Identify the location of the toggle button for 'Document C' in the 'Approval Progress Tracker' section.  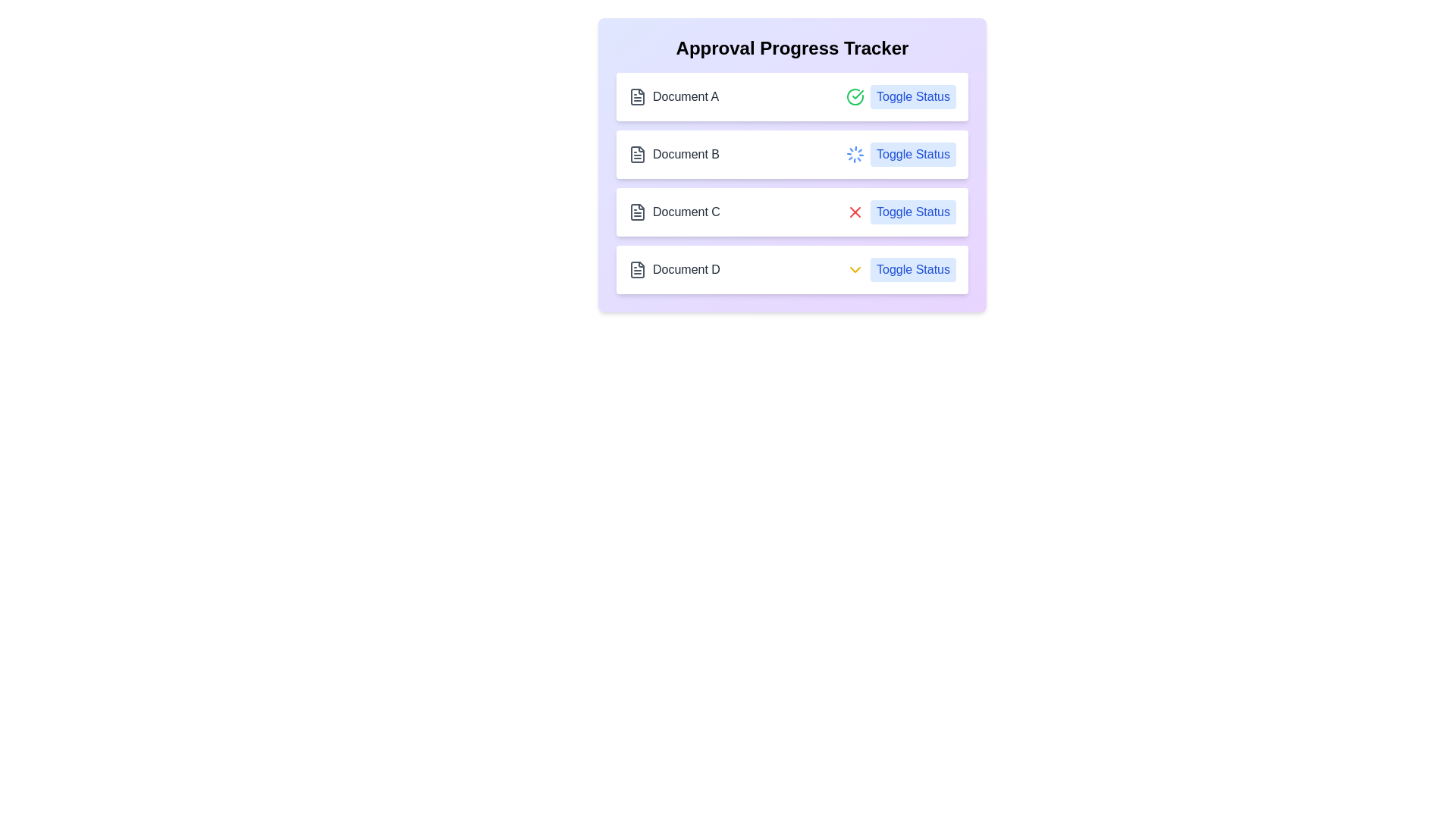
(901, 212).